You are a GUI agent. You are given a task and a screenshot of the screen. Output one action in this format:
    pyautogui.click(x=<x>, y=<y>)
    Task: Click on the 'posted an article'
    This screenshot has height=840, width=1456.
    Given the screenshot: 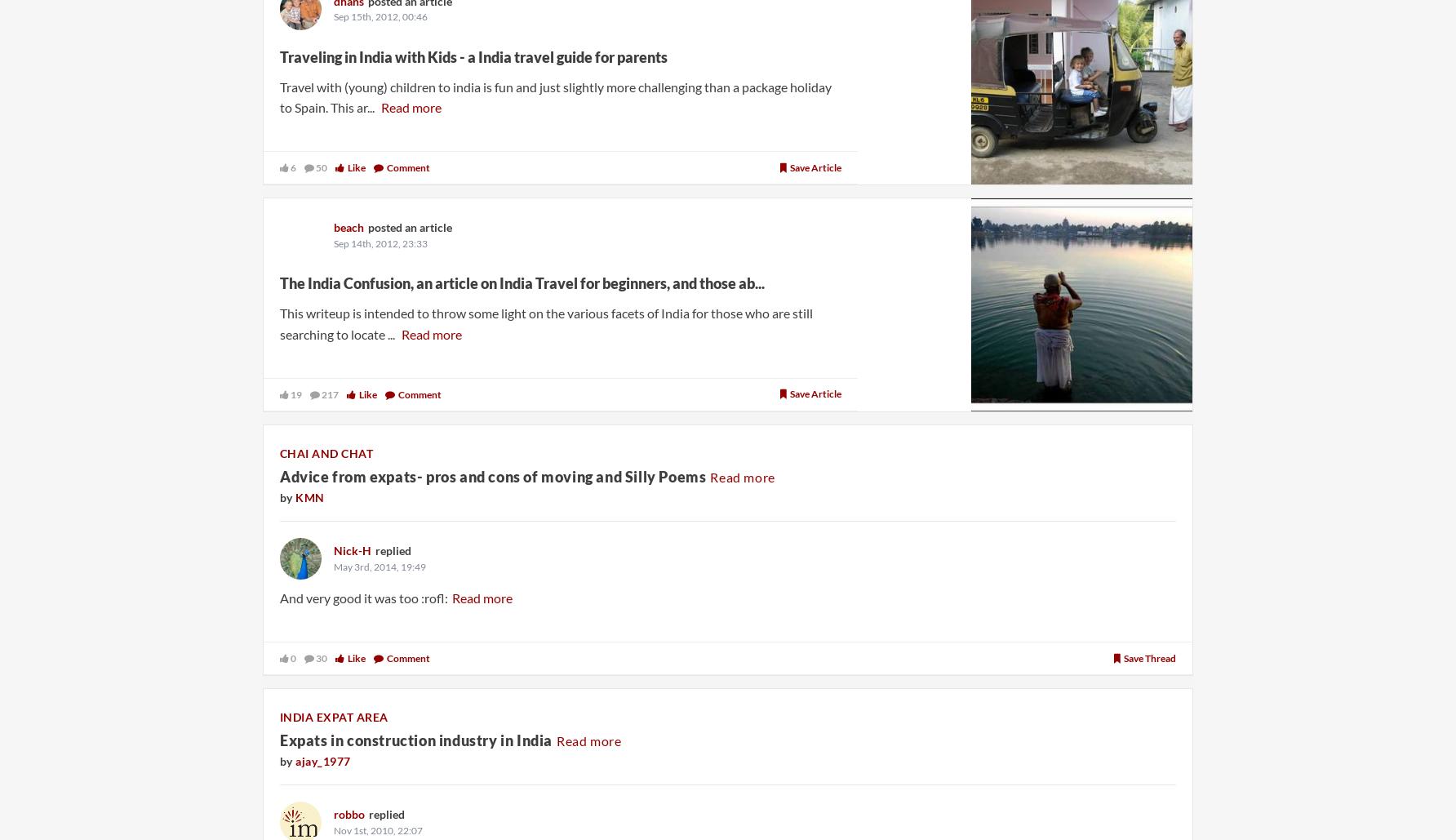 What is the action you would take?
    pyautogui.click(x=410, y=226)
    